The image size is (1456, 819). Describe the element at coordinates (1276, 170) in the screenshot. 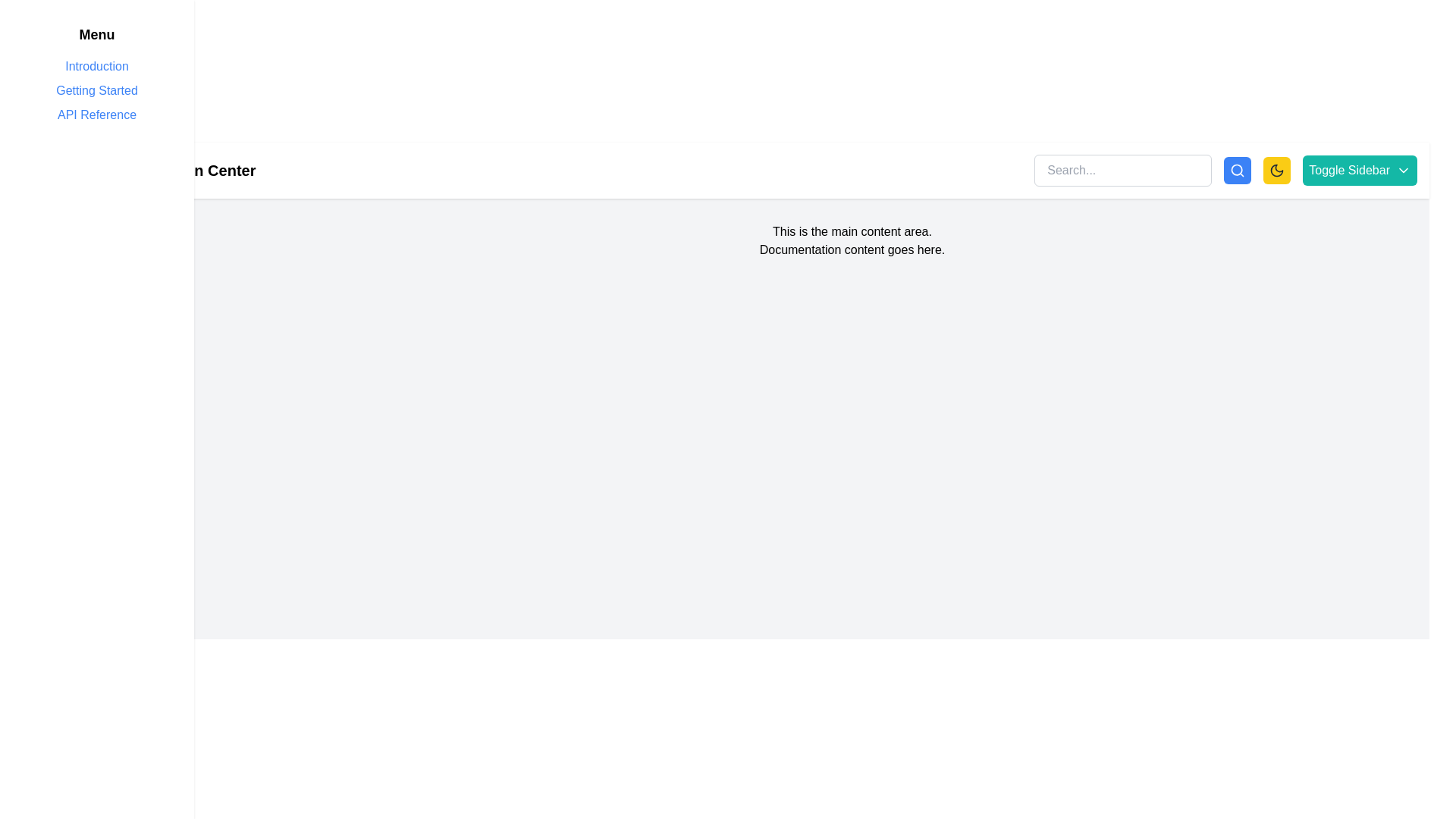

I see `the moon icon embedded within the toggle button in the header section` at that location.